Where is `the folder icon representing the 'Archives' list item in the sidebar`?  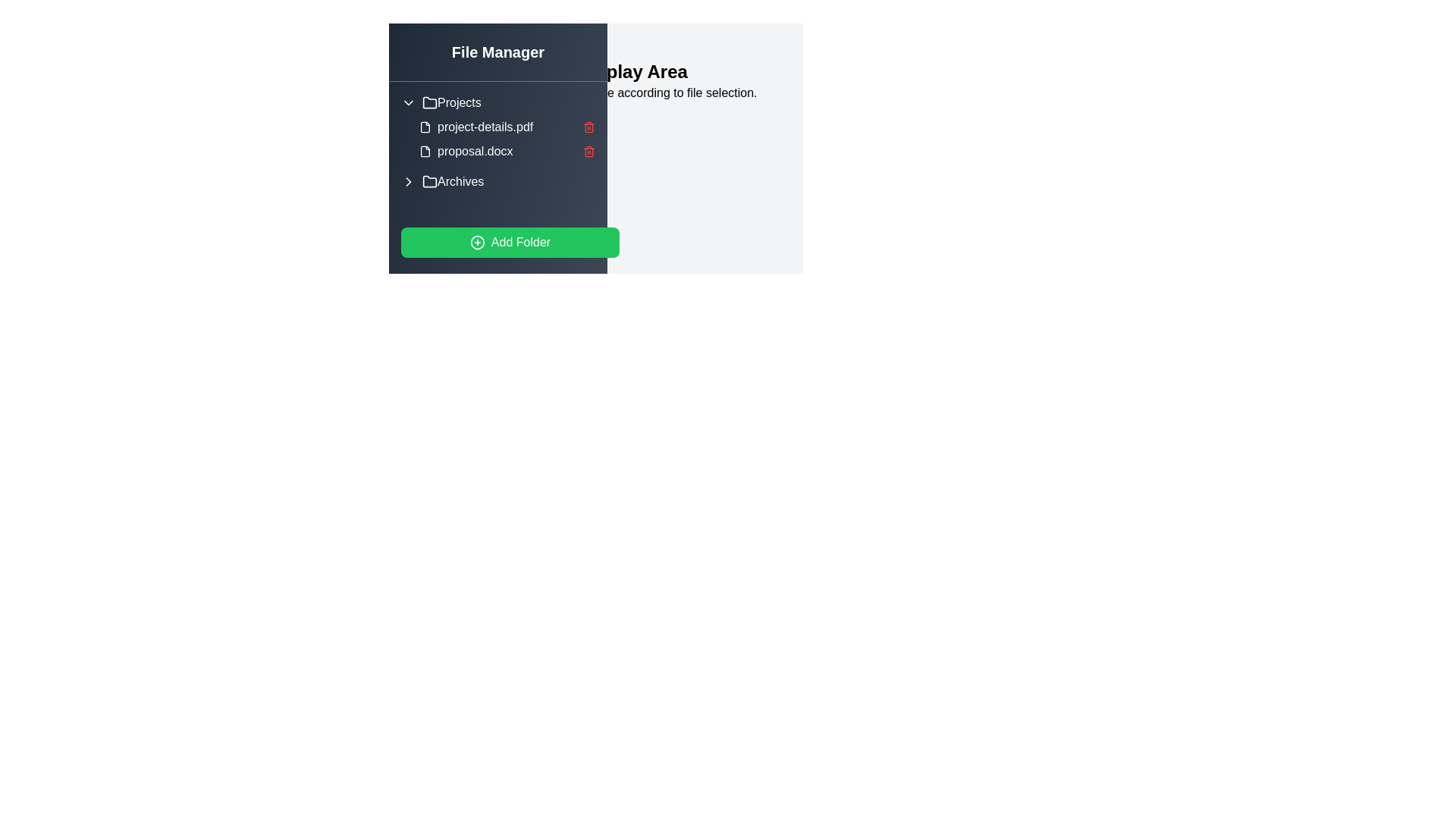
the folder icon representing the 'Archives' list item in the sidebar is located at coordinates (428, 180).